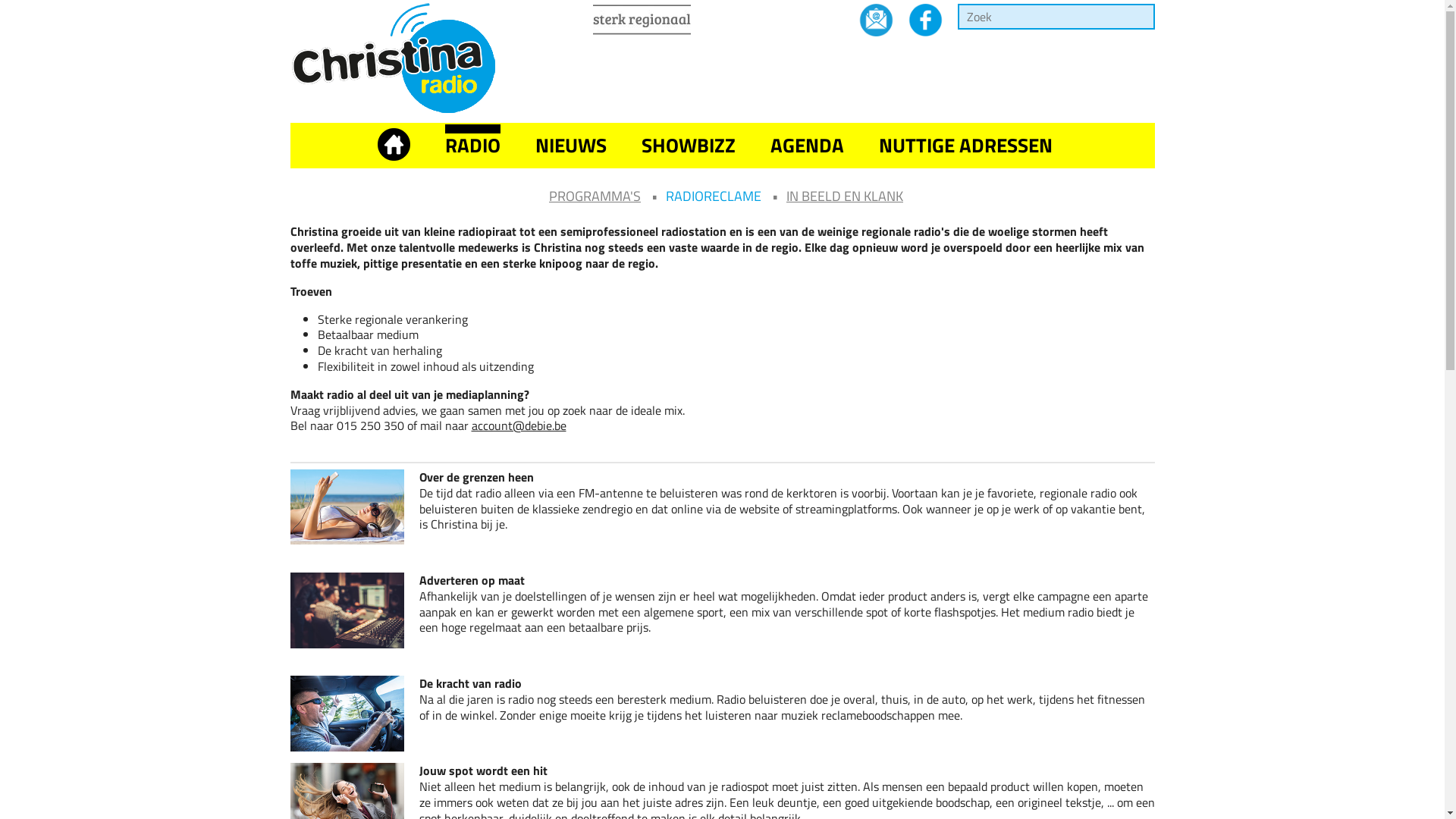 The image size is (1456, 819). I want to click on 'RADIO', so click(471, 146).